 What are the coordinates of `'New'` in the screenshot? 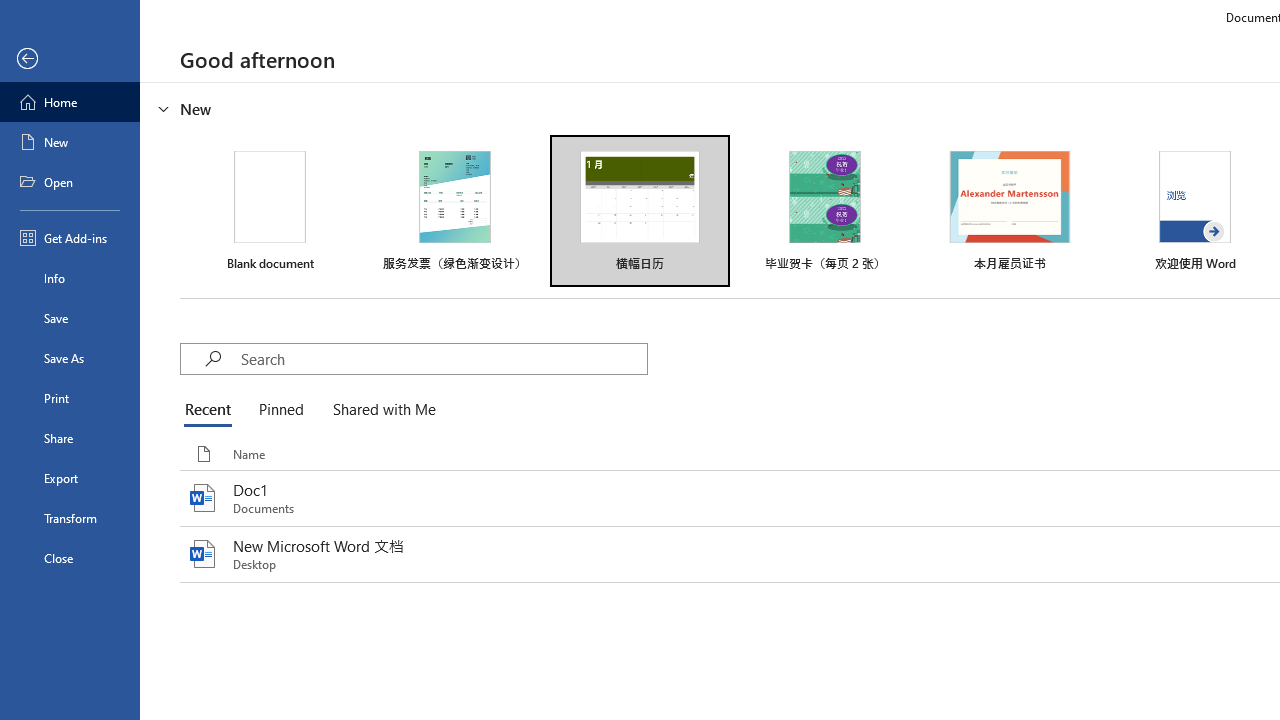 It's located at (69, 140).